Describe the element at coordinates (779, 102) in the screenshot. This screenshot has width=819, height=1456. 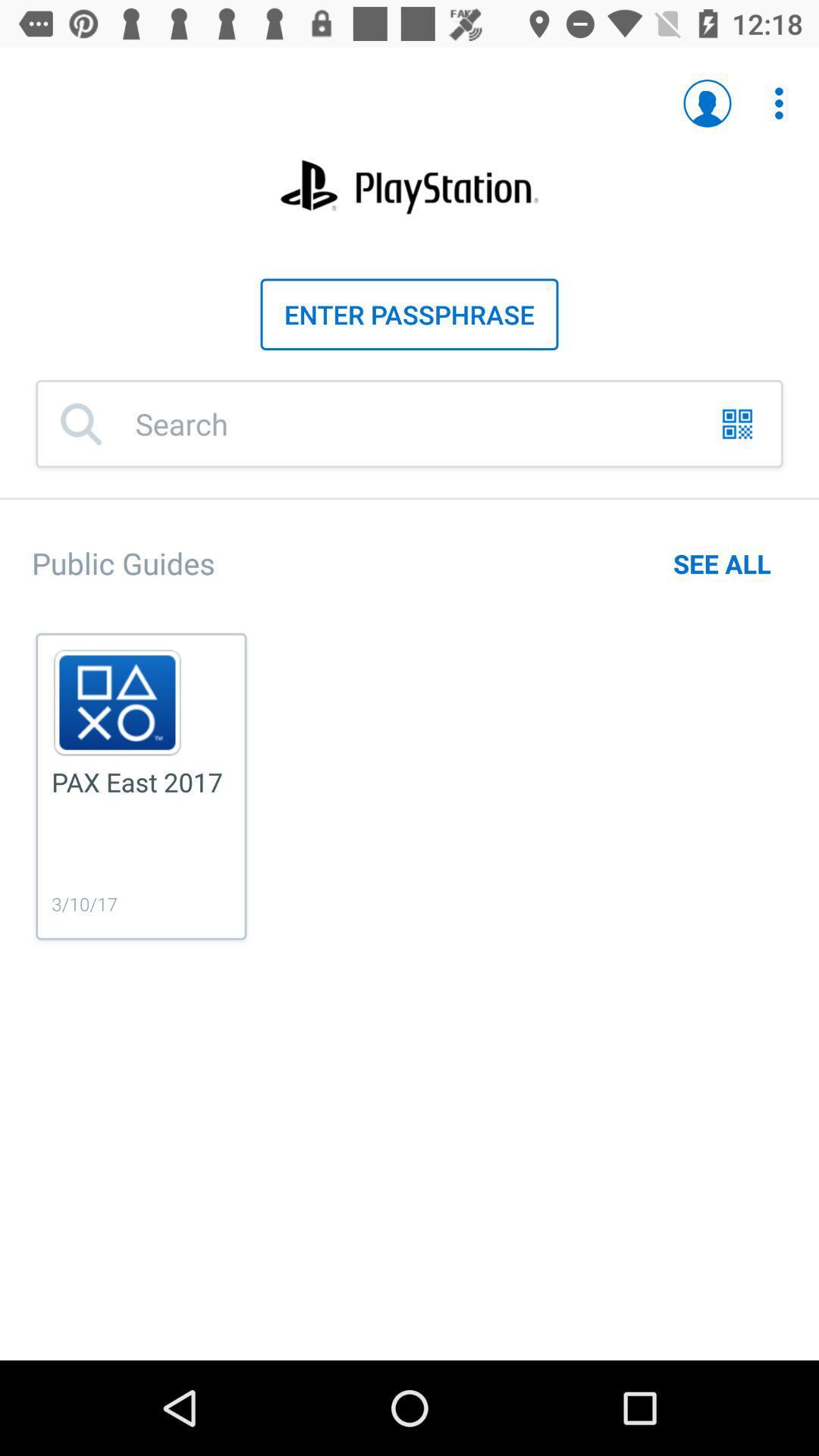
I see `icon in the top right corner` at that location.